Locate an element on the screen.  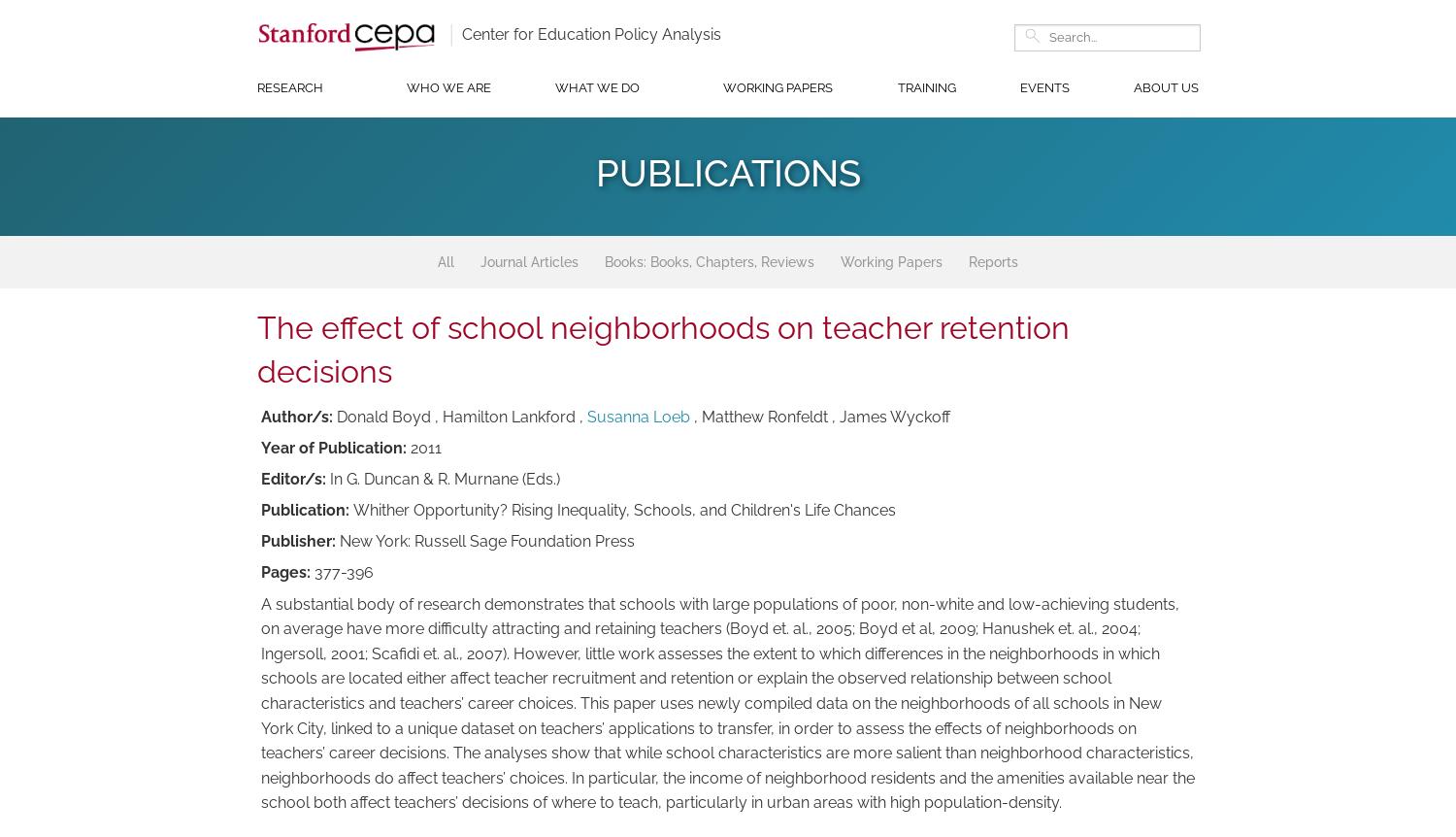
'Center for Education Policy Analysis' is located at coordinates (590, 33).